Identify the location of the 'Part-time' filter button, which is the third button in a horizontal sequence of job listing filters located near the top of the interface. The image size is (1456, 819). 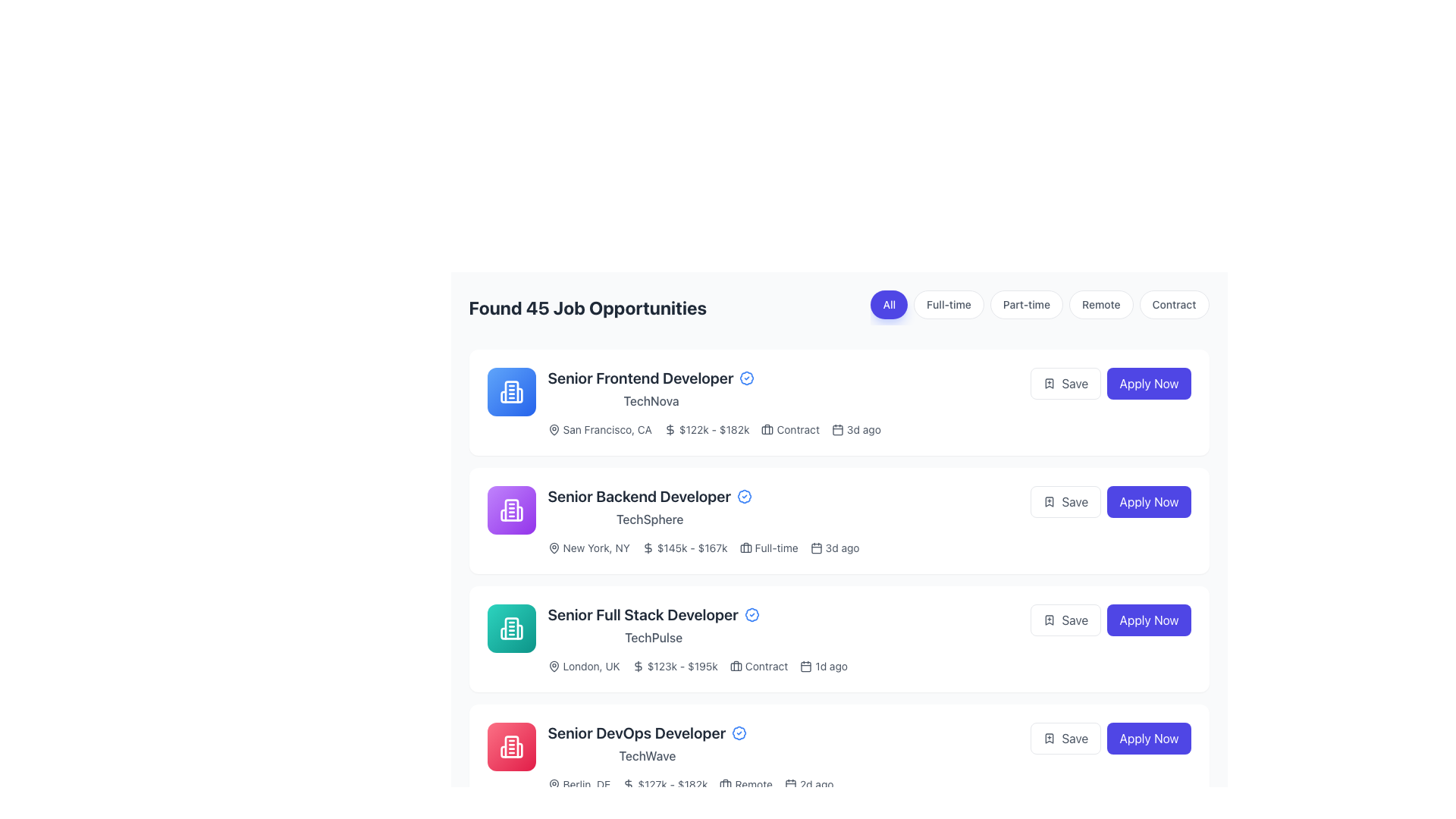
(1026, 304).